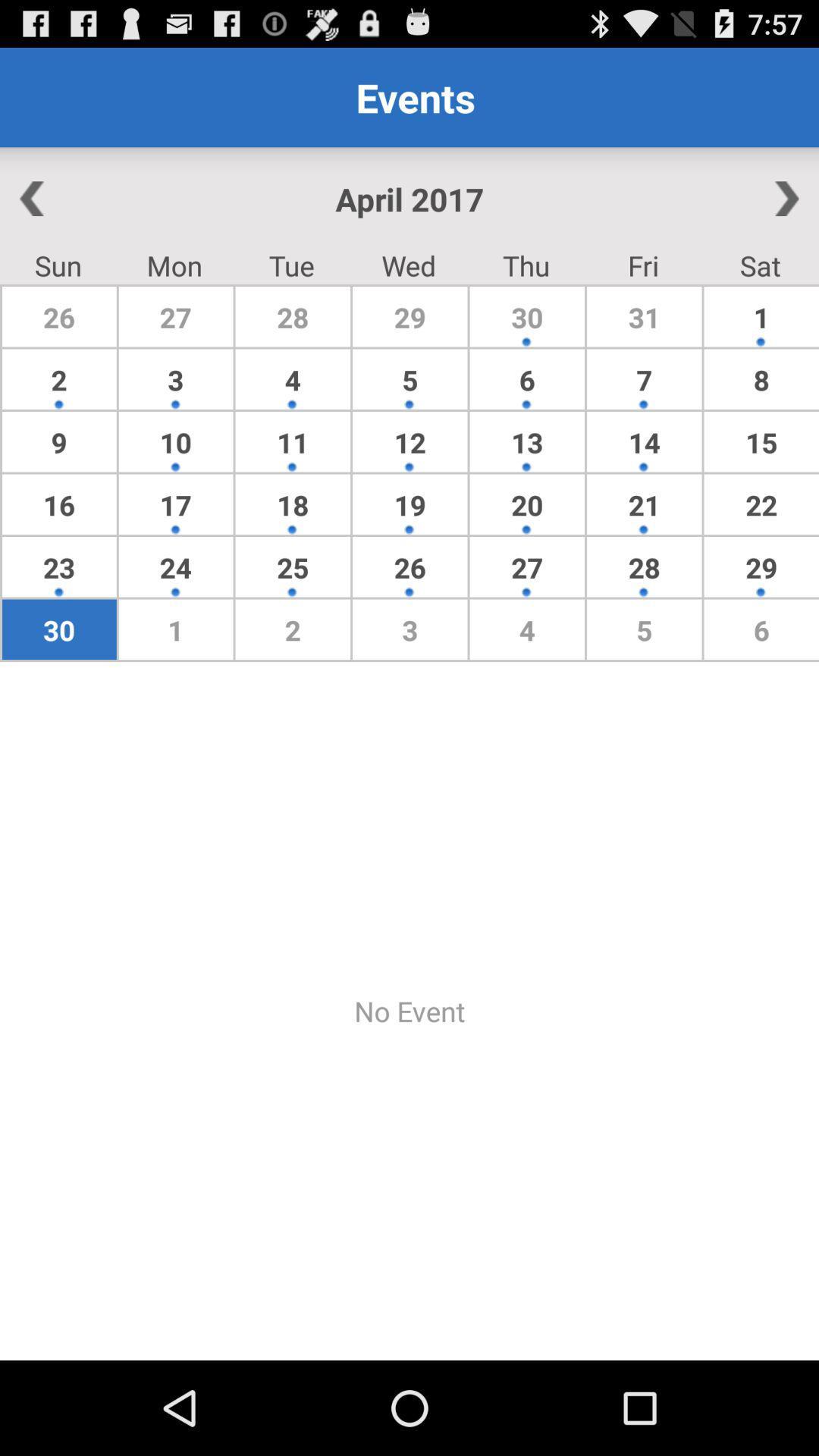 Image resolution: width=819 pixels, height=1456 pixels. Describe the element at coordinates (409, 1011) in the screenshot. I see `app below the 30 app` at that location.